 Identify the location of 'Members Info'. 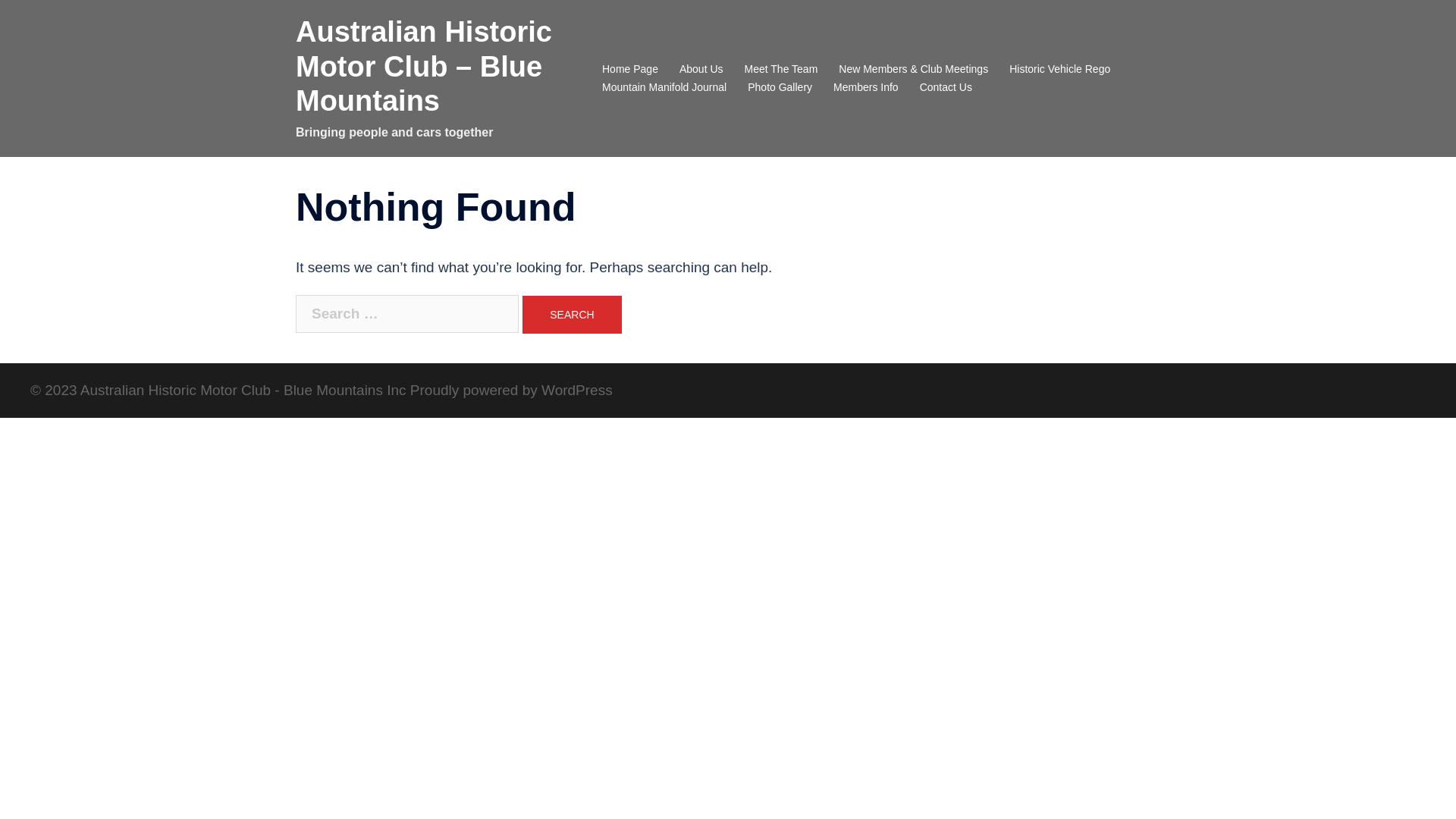
(833, 87).